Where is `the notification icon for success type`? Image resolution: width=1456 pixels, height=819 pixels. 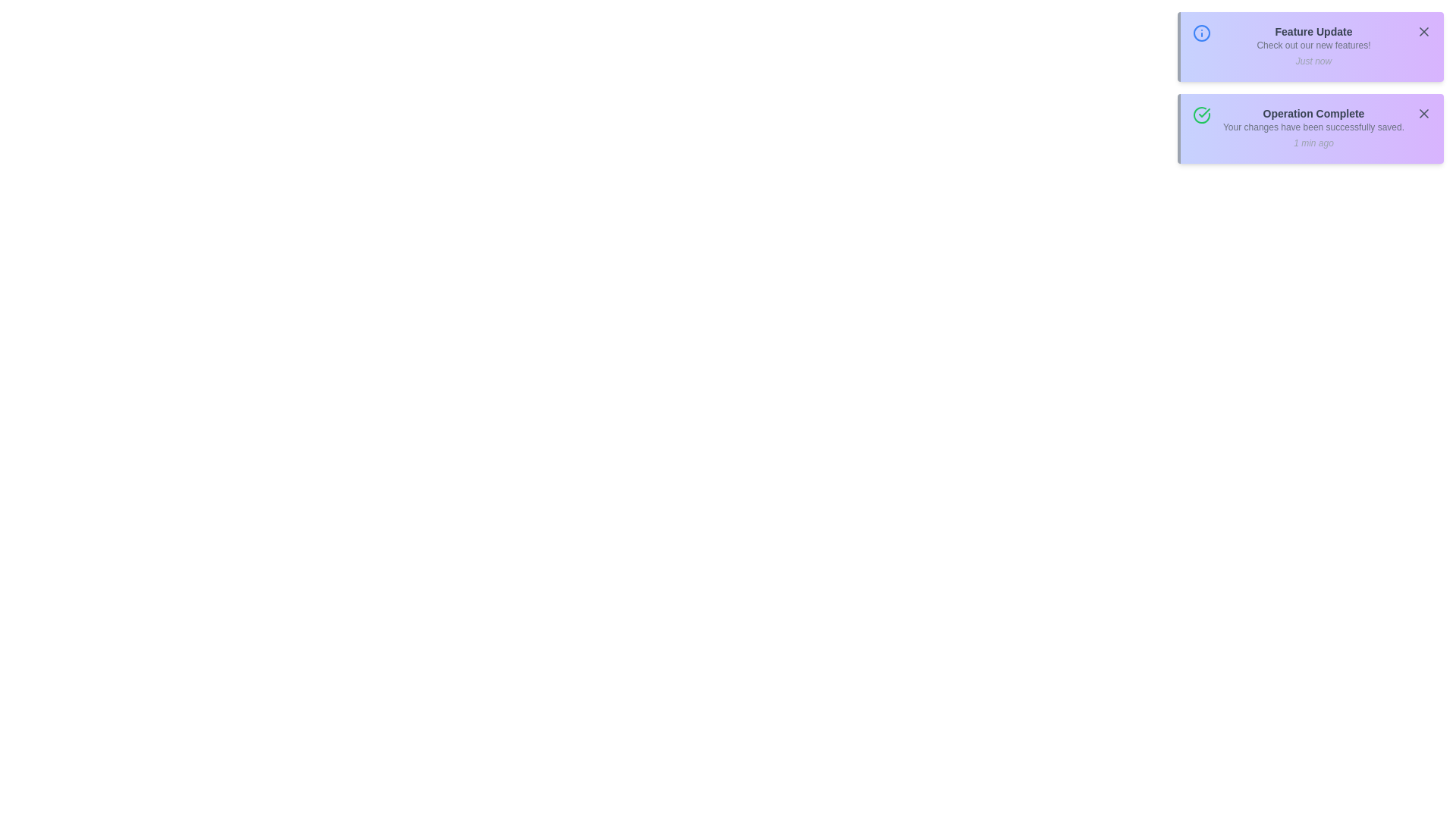 the notification icon for success type is located at coordinates (1200, 114).